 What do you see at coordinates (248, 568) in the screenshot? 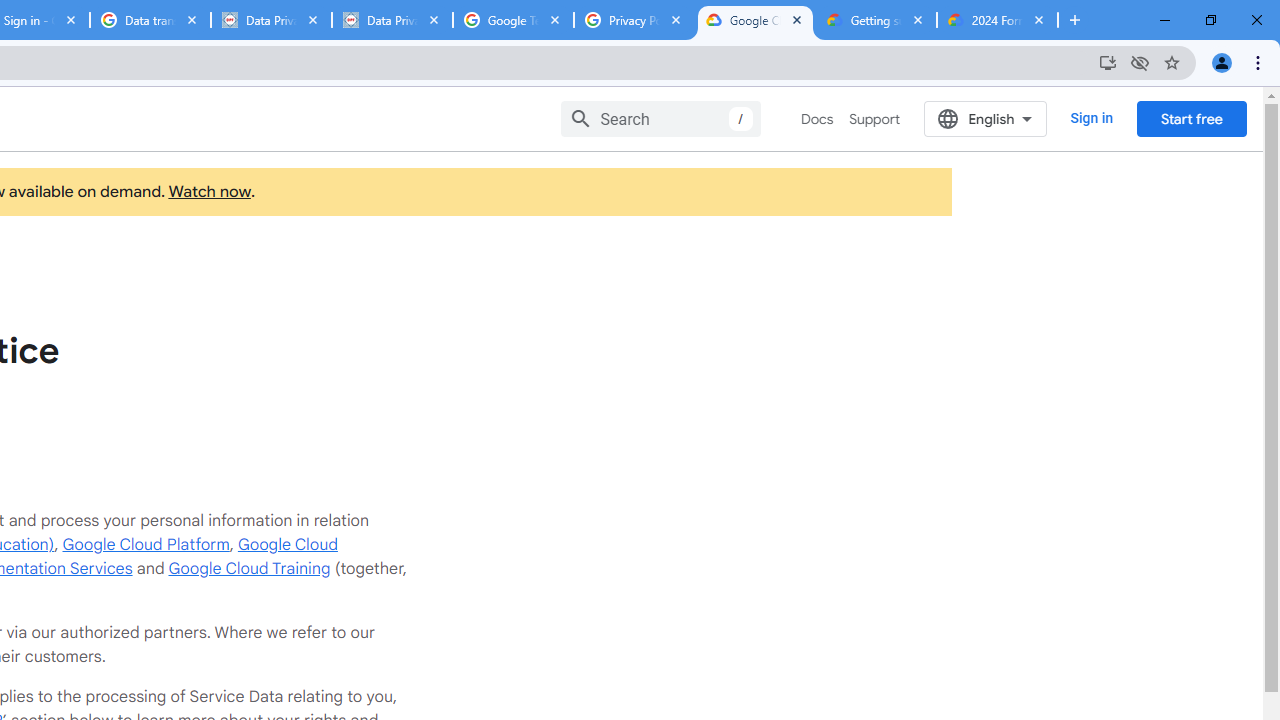
I see `'Google Cloud Training'` at bounding box center [248, 568].